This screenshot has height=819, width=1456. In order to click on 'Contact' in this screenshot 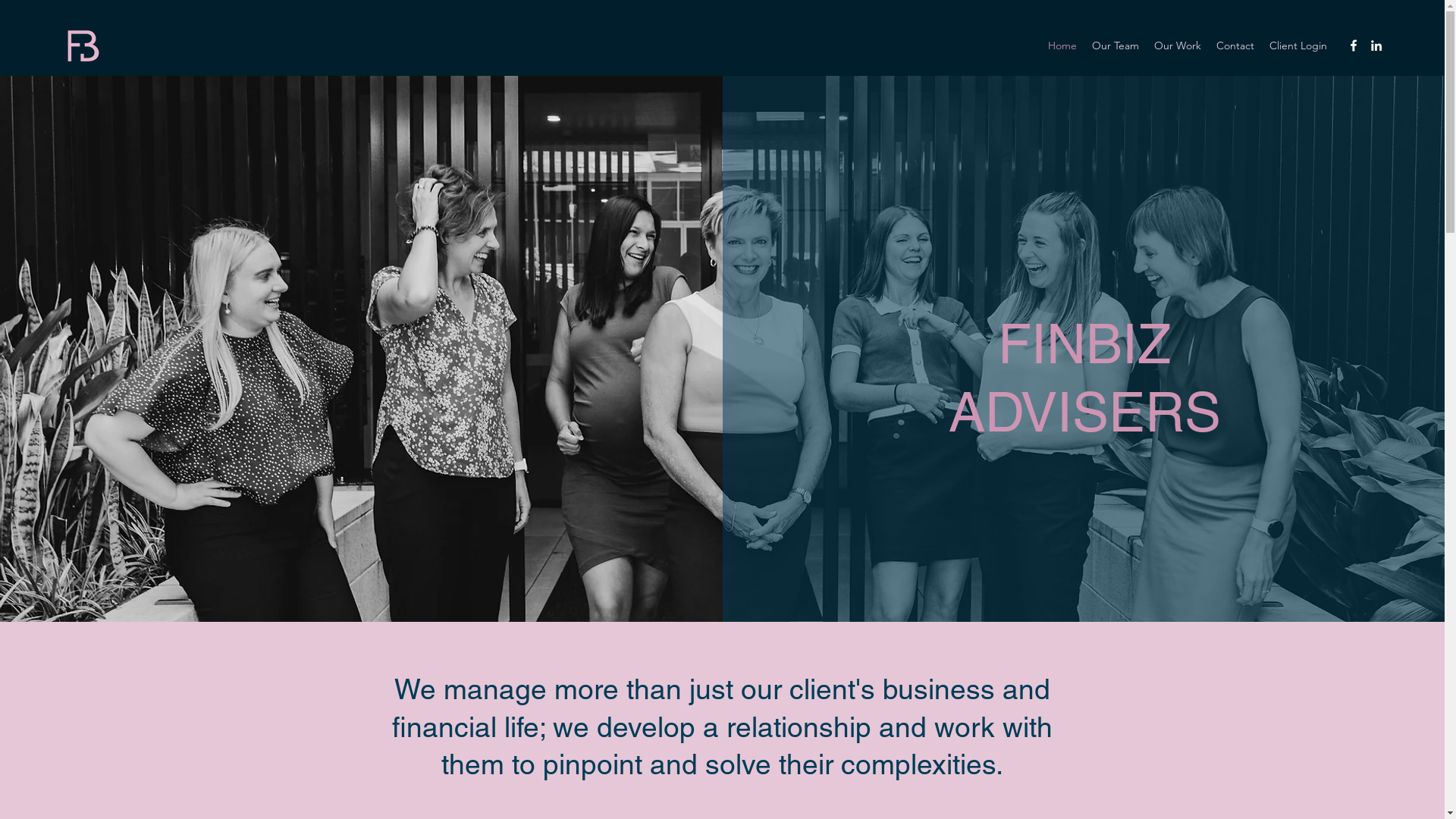, I will do `click(1235, 45)`.